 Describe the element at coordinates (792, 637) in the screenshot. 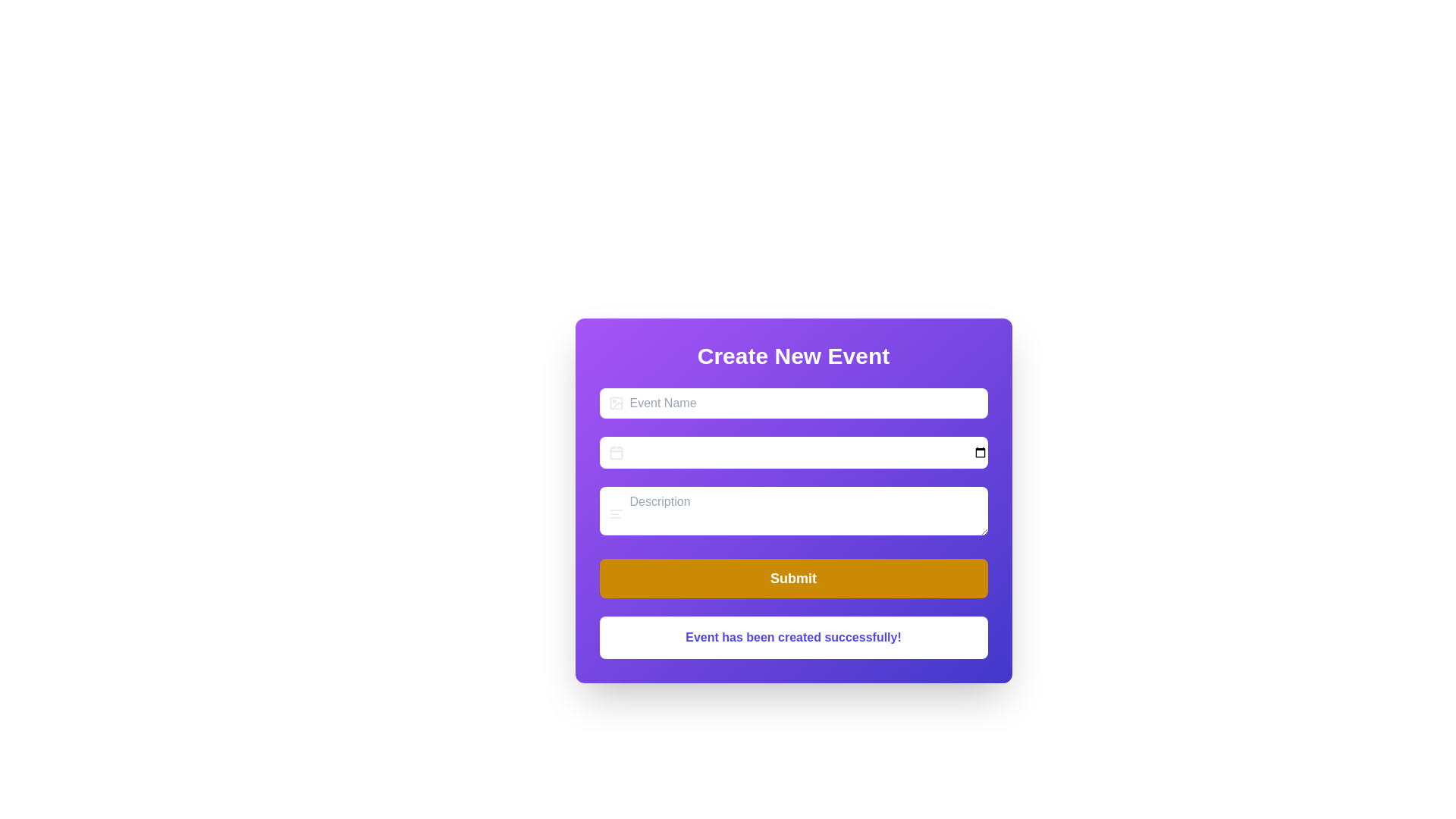

I see `the Status Message element located directly beneath the orange 'Submit' button, which displays confirmation feedback to the user` at that location.